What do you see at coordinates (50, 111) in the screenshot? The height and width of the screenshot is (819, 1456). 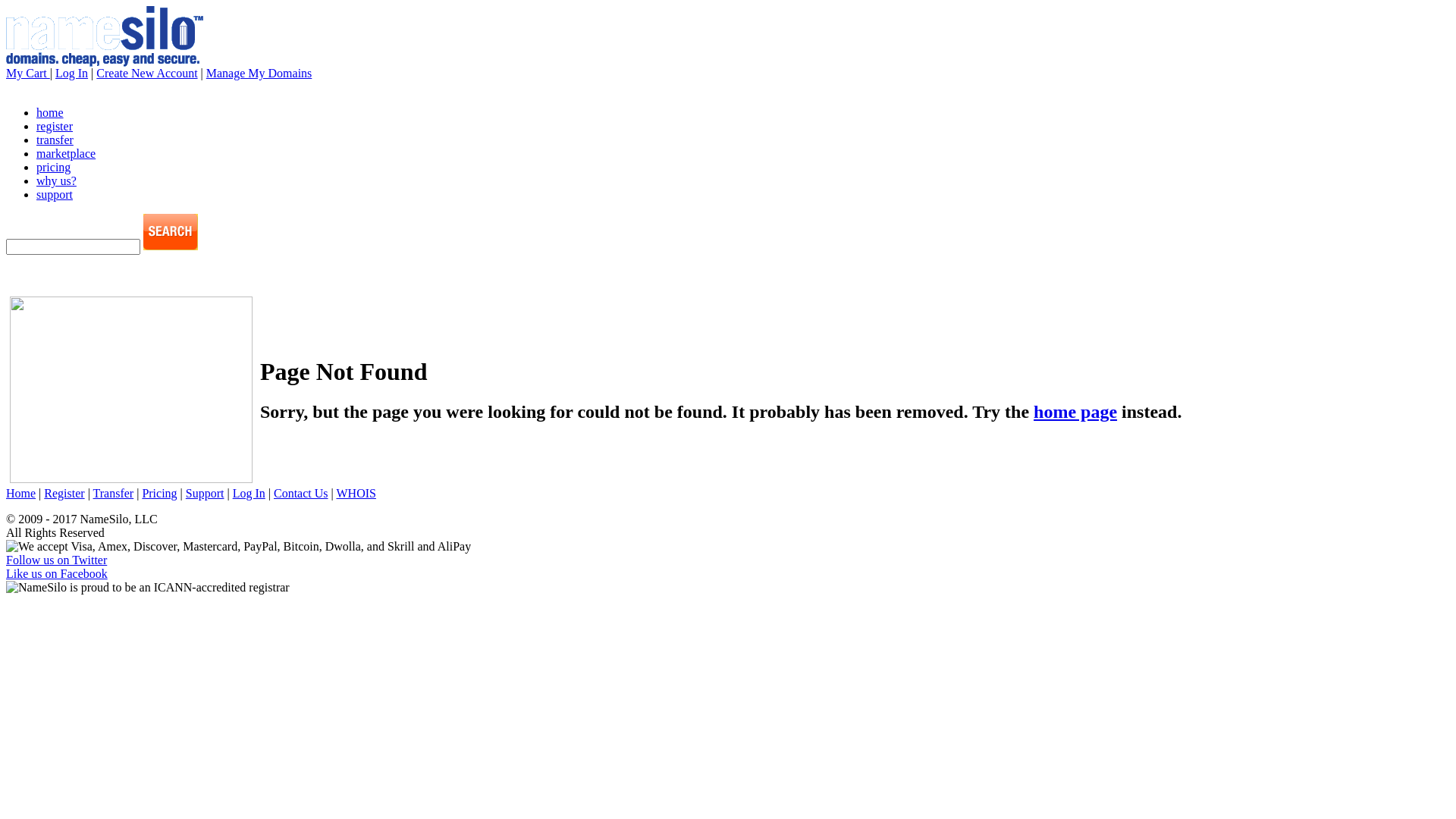 I see `'home'` at bounding box center [50, 111].